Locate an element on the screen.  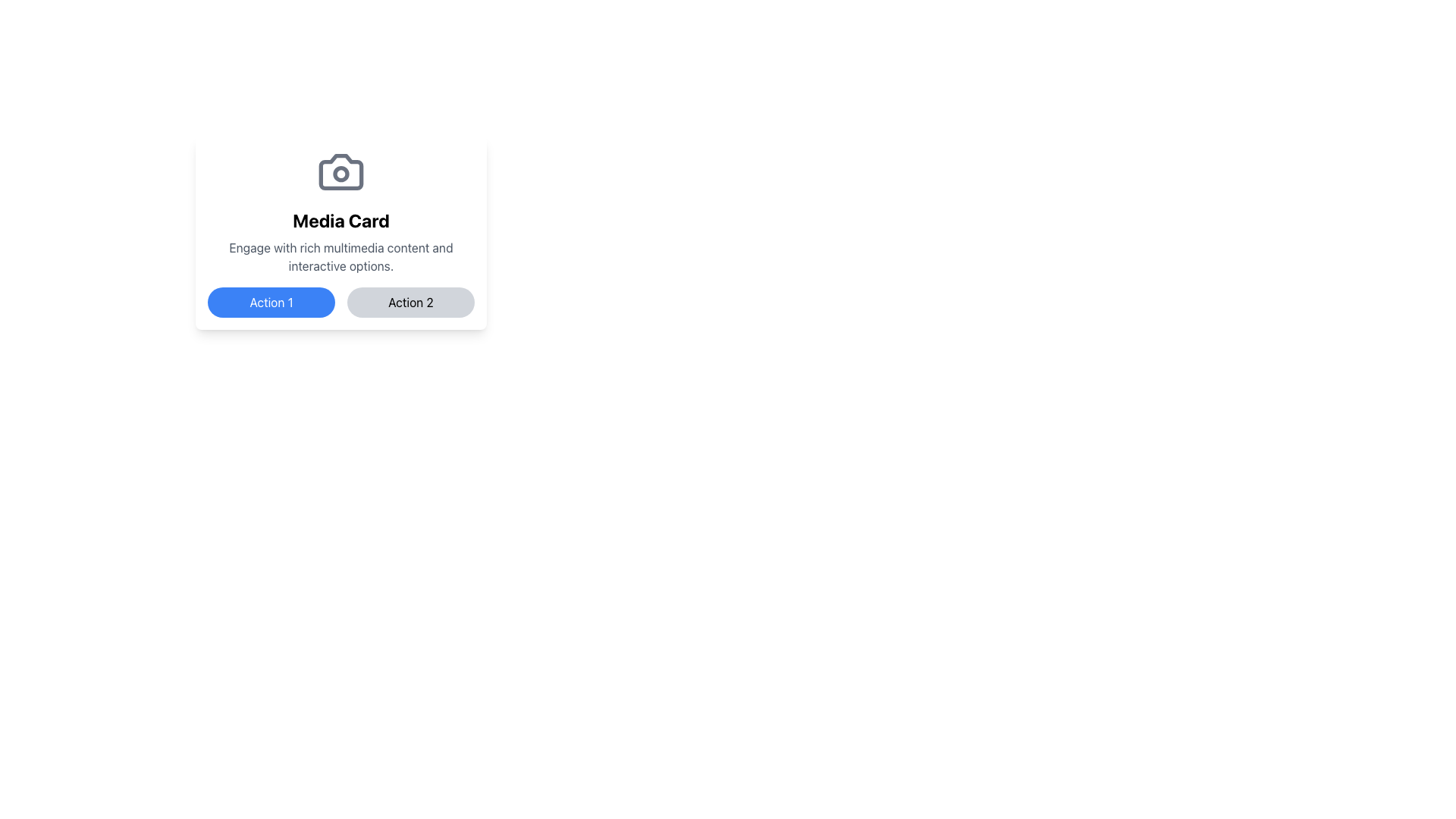
the camera icon located at the center of the card, which represents media capture functionality is located at coordinates (340, 171).